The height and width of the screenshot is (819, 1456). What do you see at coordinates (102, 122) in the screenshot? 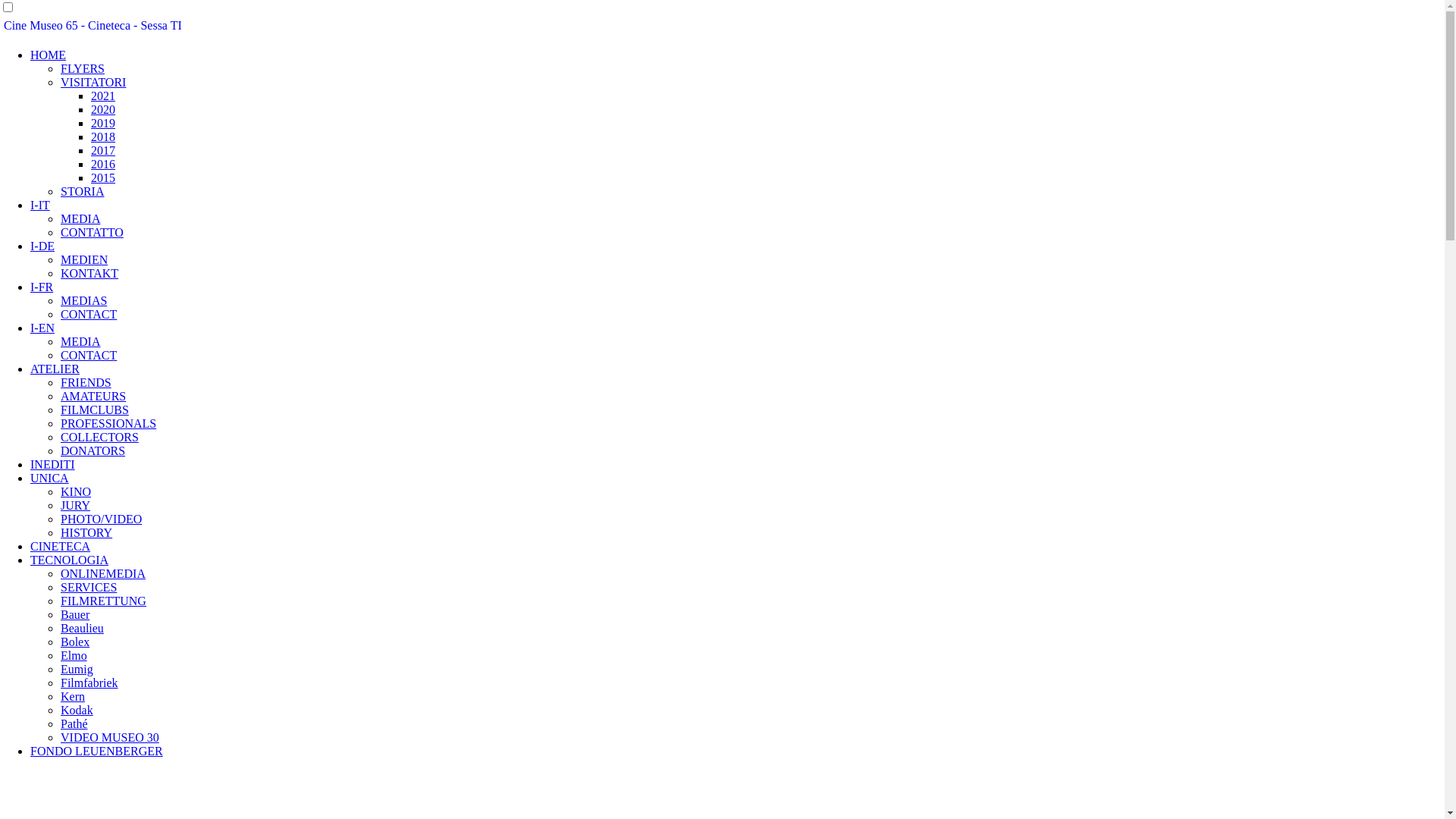
I see `'2019'` at bounding box center [102, 122].